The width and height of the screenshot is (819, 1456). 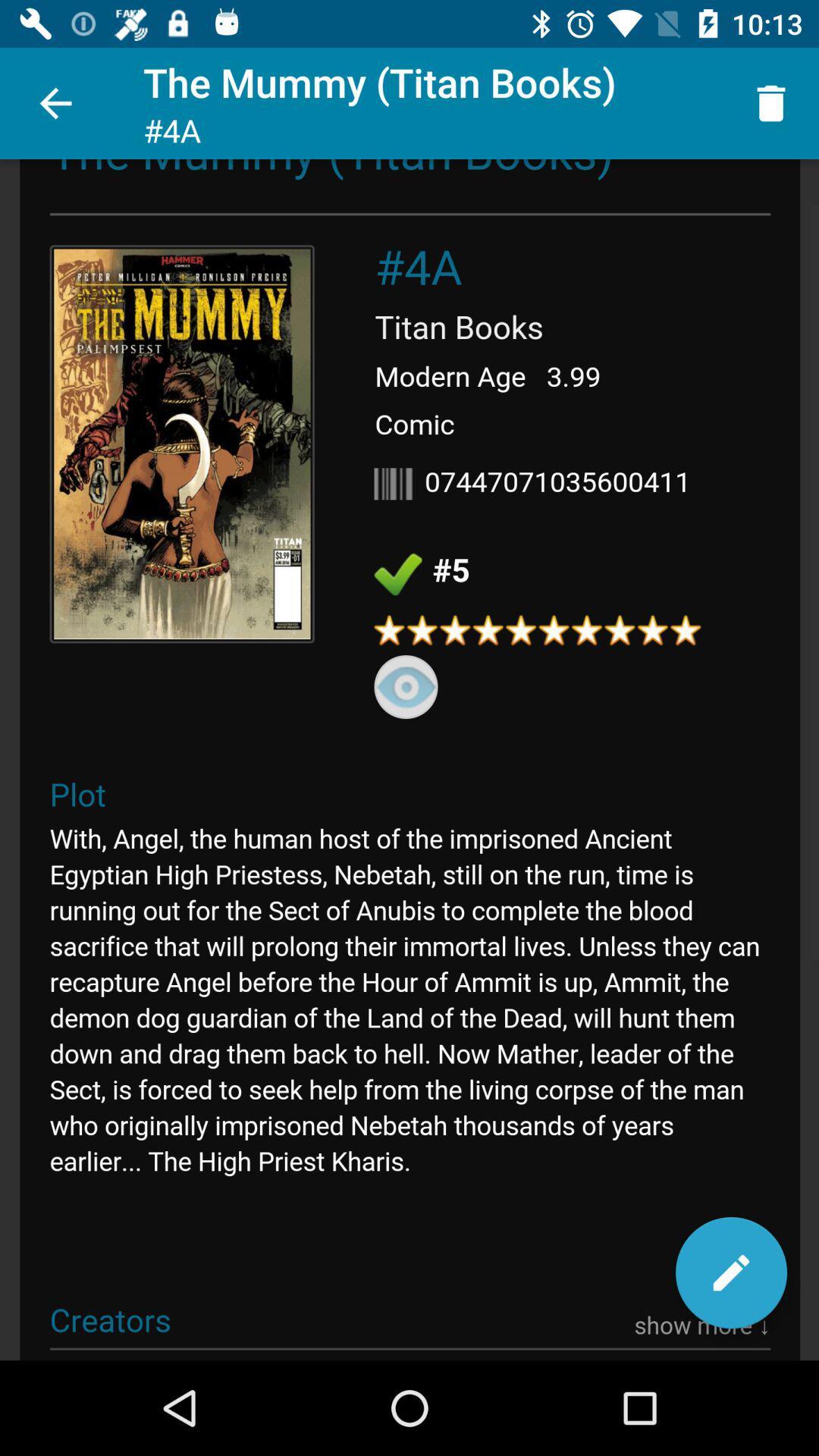 I want to click on icon at the top right corner, so click(x=771, y=102).